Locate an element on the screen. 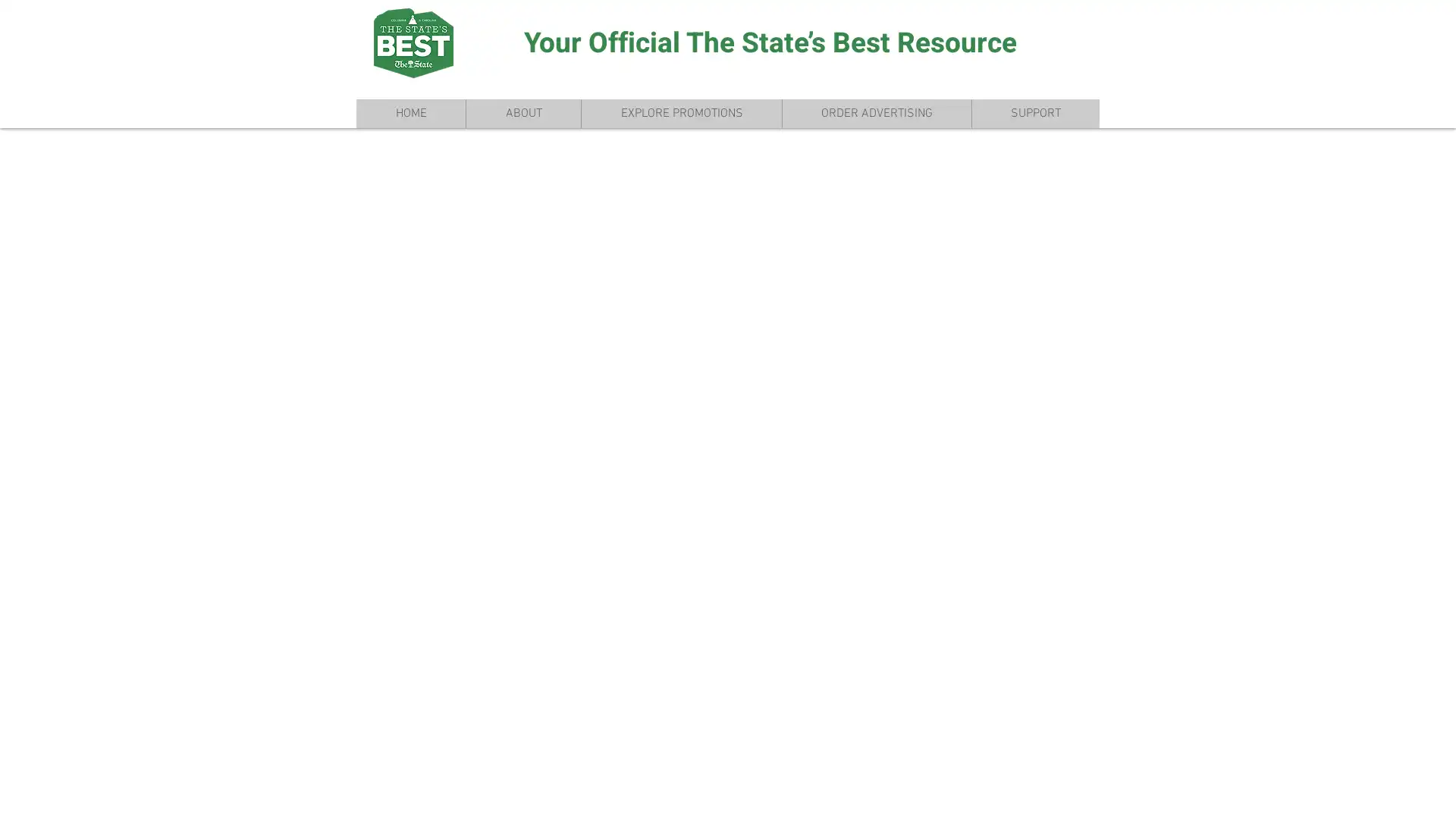 The width and height of the screenshot is (1456, 819). Close is located at coordinates (1437, 794).